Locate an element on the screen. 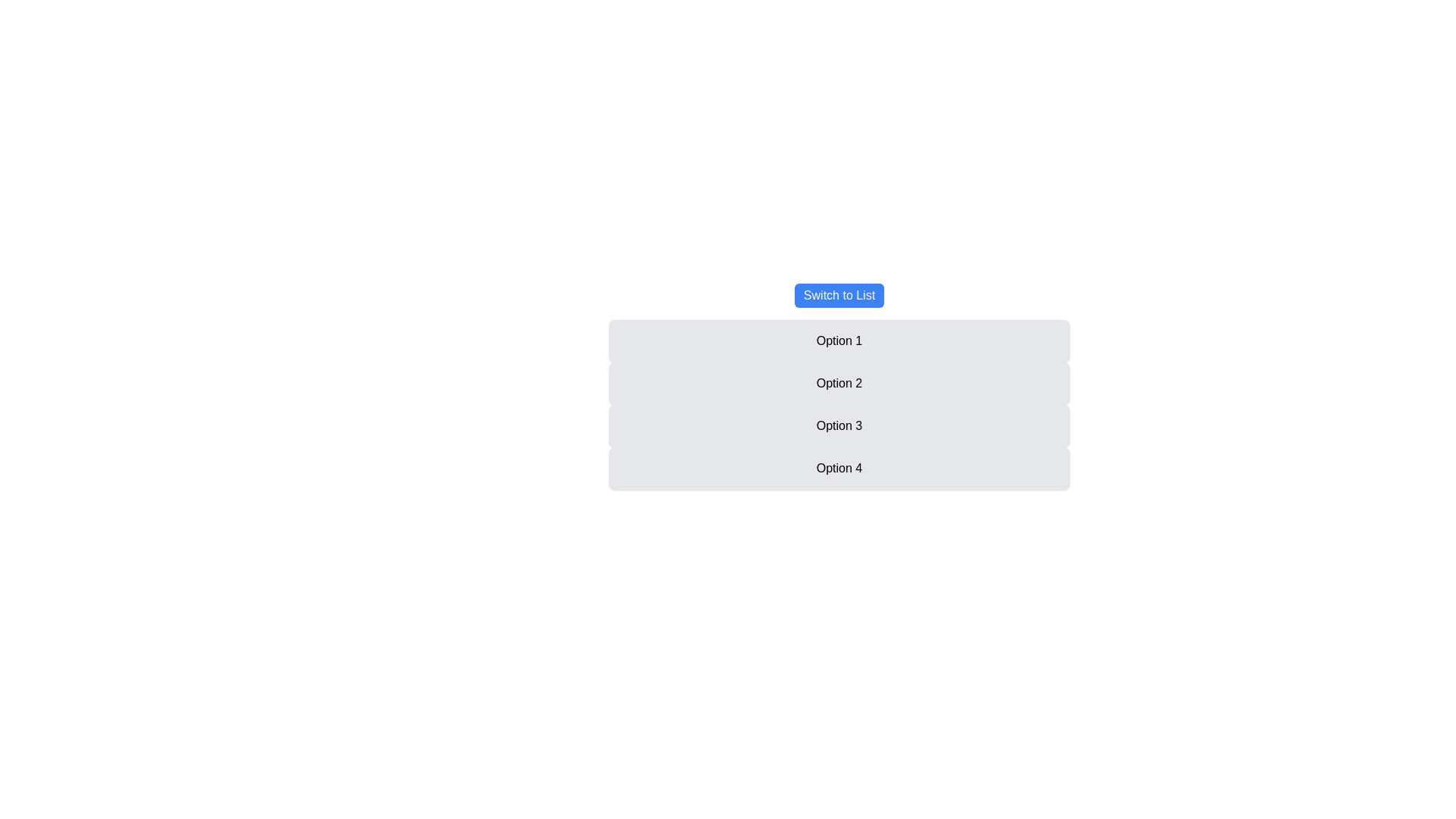  the second item in the vertically stacked list of options is located at coordinates (839, 403).